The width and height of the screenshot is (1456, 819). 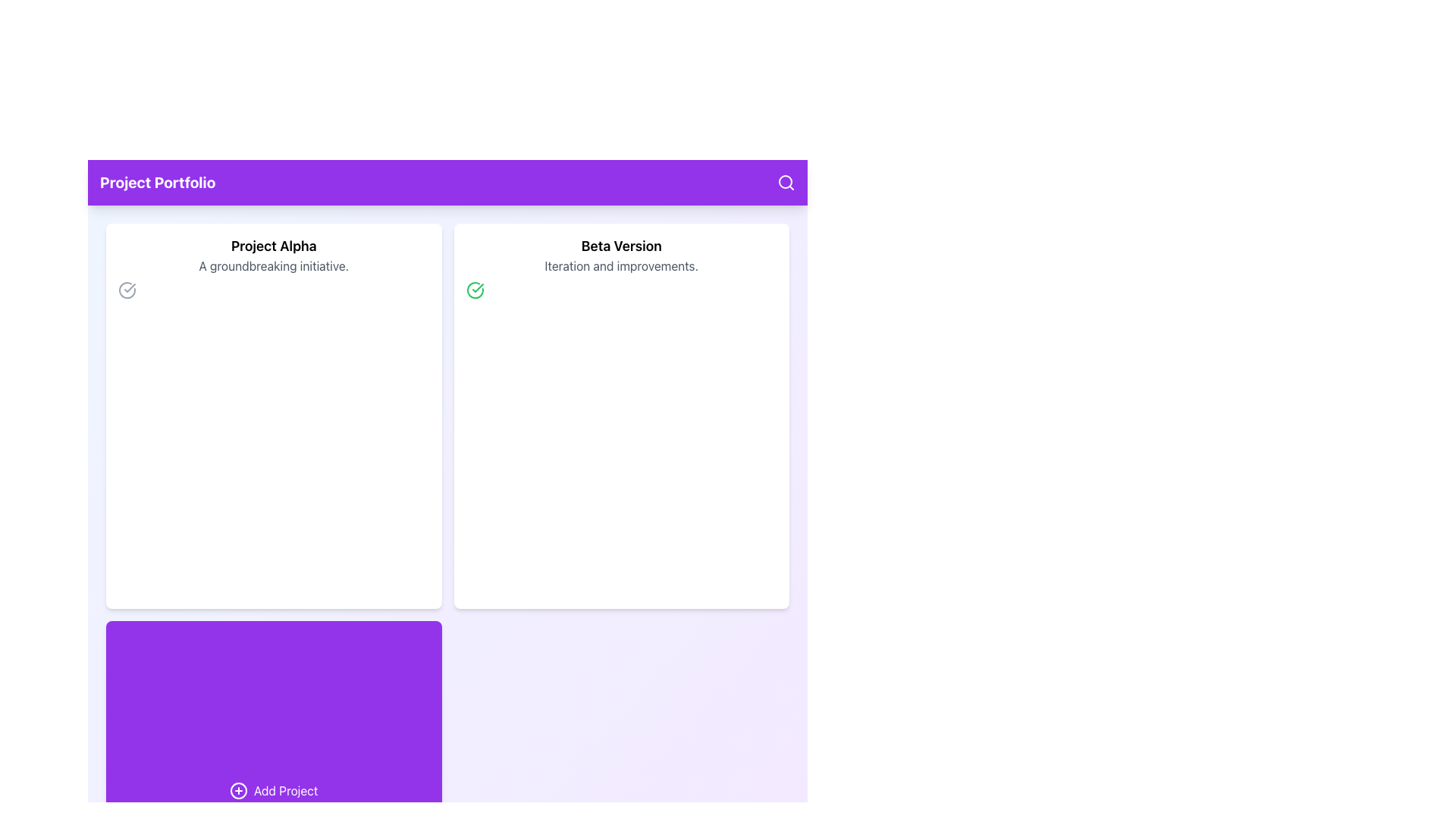 What do you see at coordinates (127, 290) in the screenshot?
I see `the SVG-based graphic element that serves as a decorative or status indicator within the 'Project Alpha' card, located at the top left inside the card` at bounding box center [127, 290].